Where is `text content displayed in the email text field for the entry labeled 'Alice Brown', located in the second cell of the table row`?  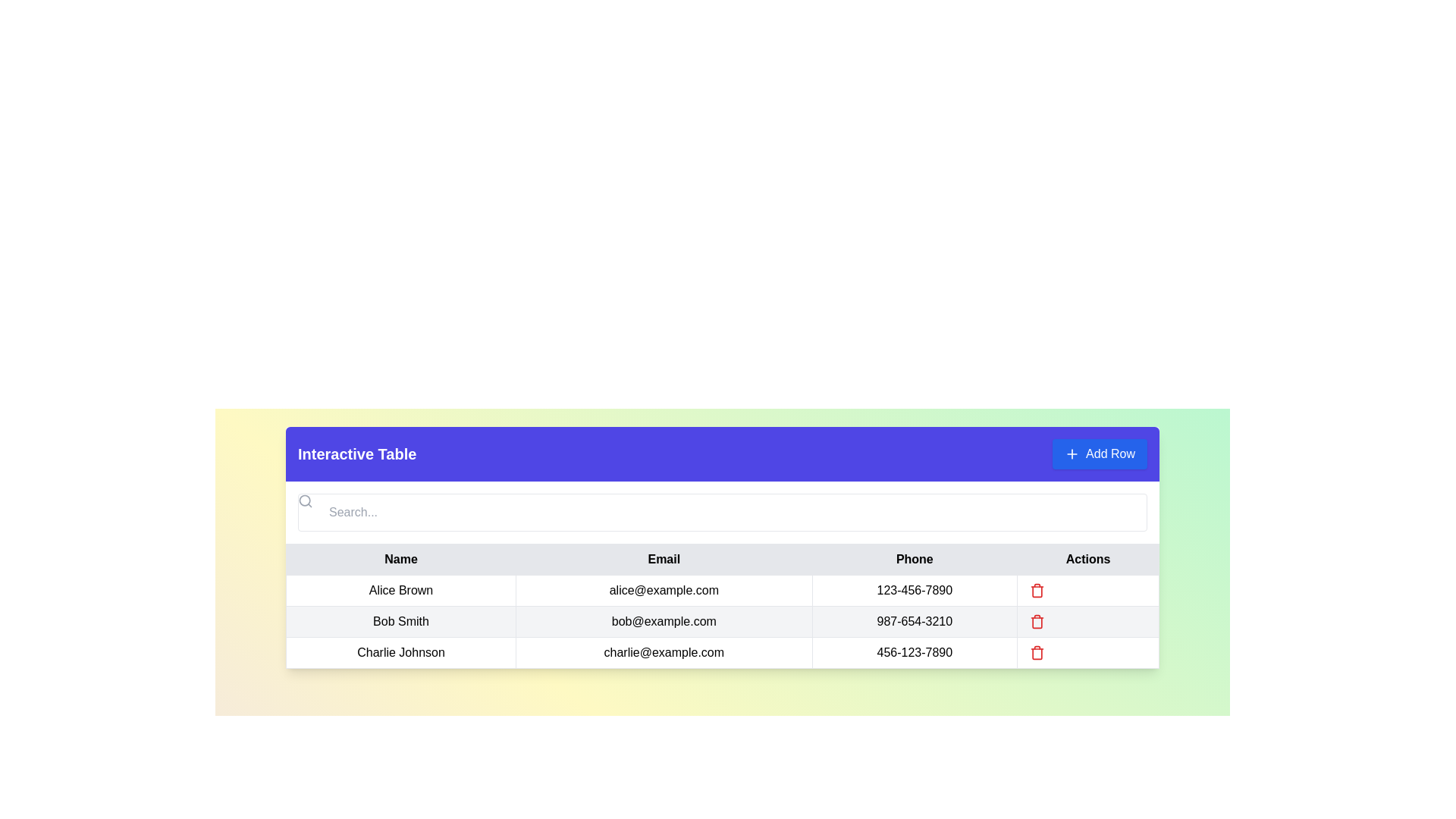
text content displayed in the email text field for the entry labeled 'Alice Brown', located in the second cell of the table row is located at coordinates (664, 590).